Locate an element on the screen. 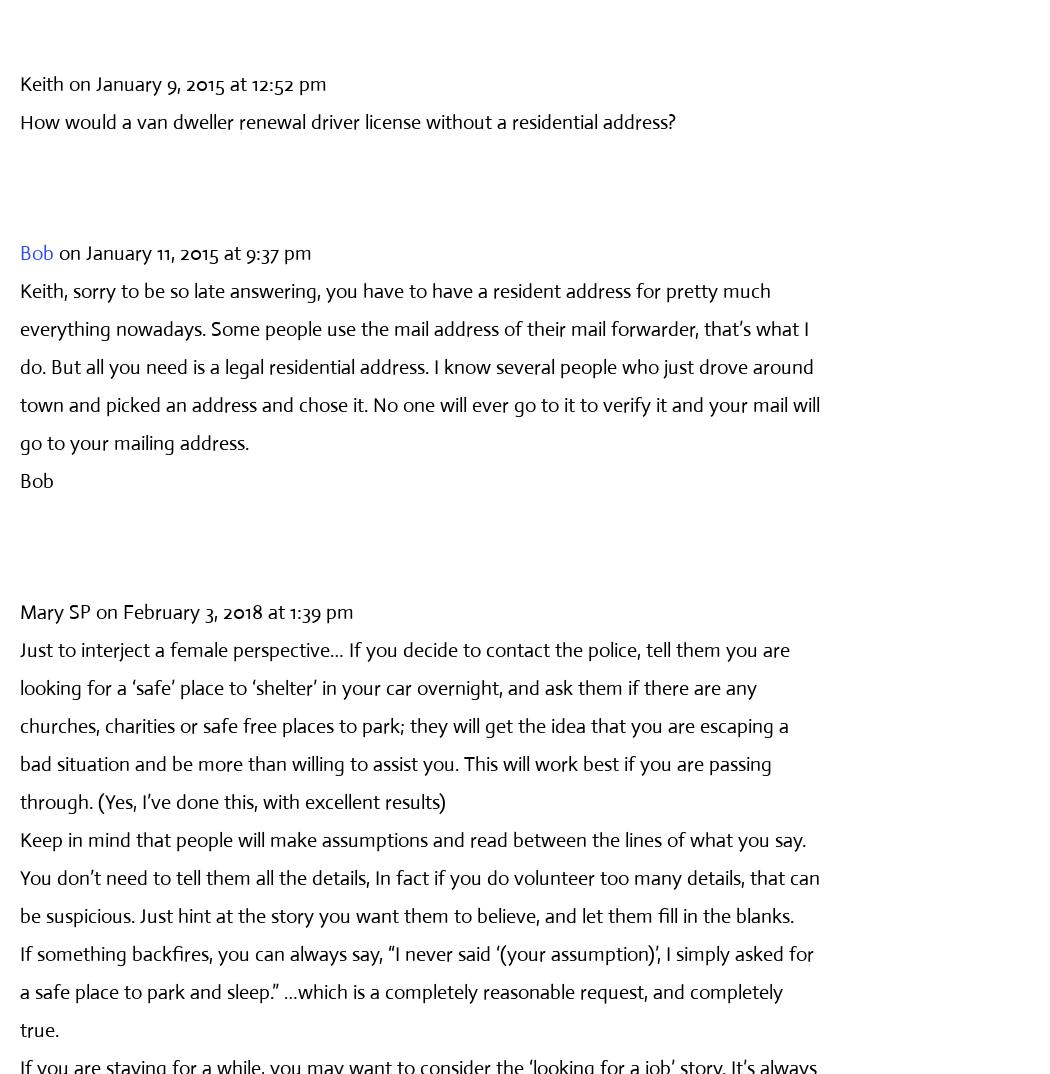  'If something backfires, you can always say, “I never said ‘(your assumption)’, I simply asked for a safe place to park and sleep.” …which is a completely reasonable request, and completely true.' is located at coordinates (415, 990).